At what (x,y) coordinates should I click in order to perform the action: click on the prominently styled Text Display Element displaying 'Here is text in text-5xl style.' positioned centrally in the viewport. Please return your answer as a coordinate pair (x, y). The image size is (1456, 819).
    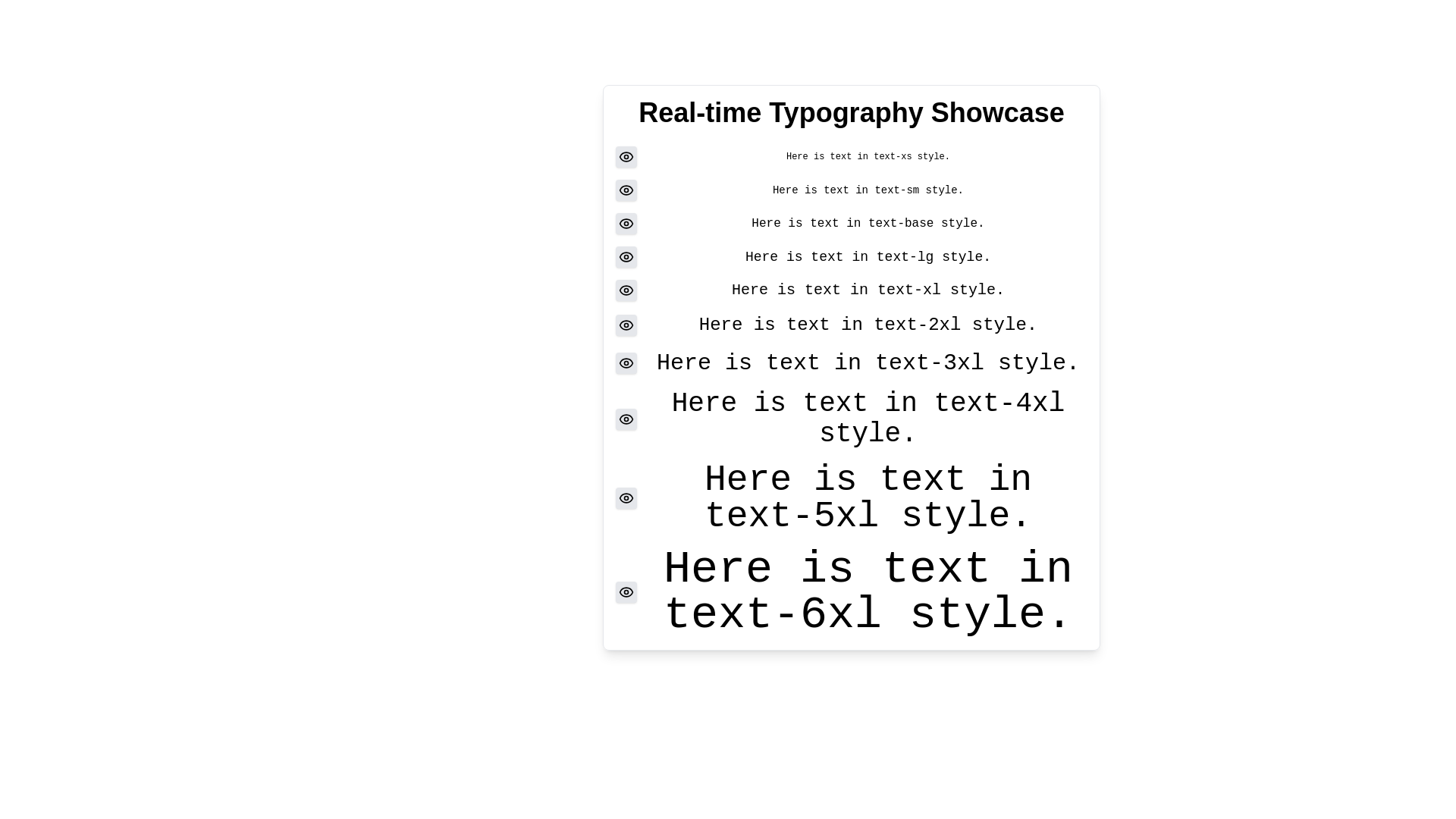
    Looking at the image, I should click on (868, 497).